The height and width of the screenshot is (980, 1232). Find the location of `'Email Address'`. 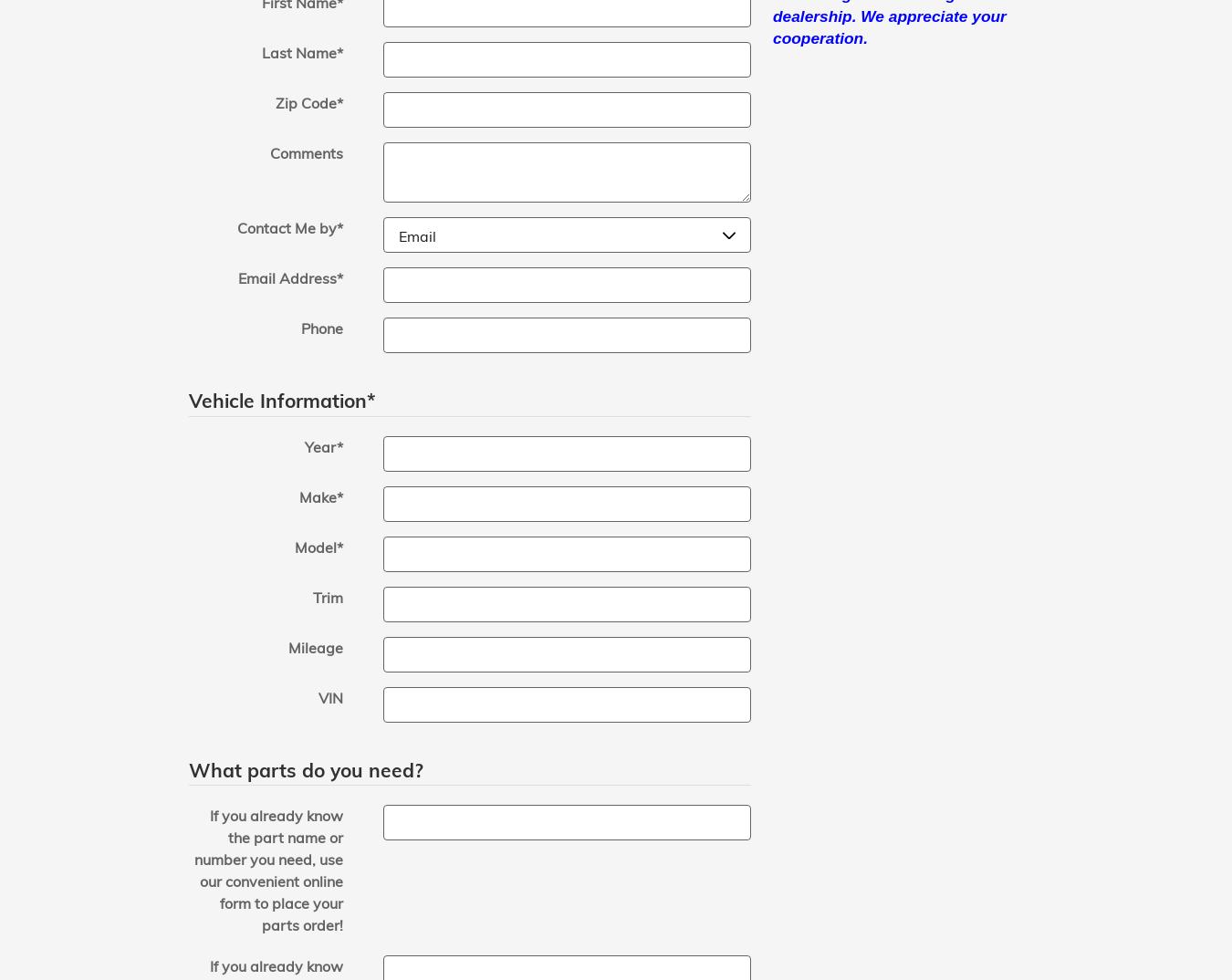

'Email Address' is located at coordinates (286, 278).